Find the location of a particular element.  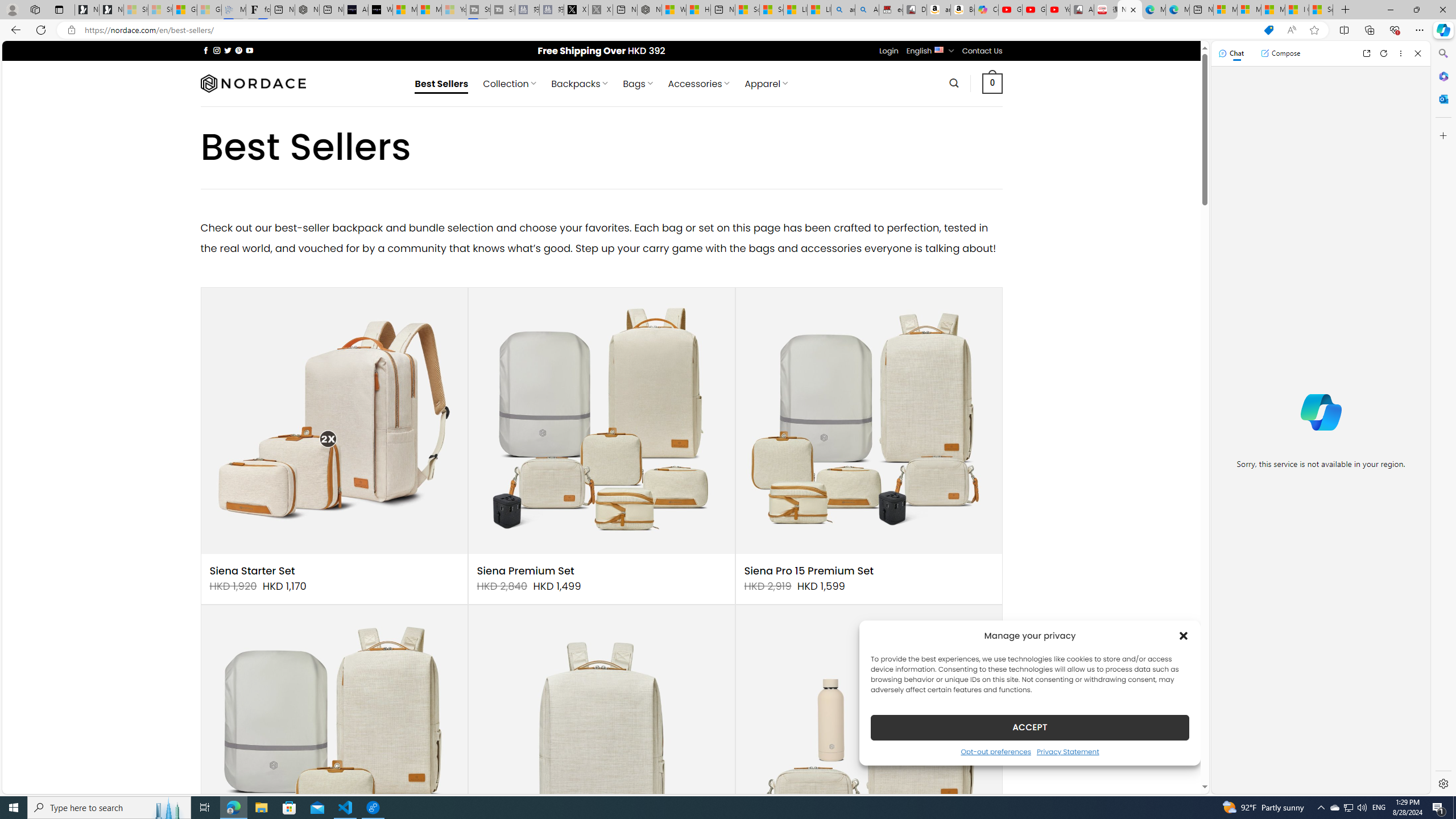

'AI Voice Changer for PC and Mac - Voice.ai' is located at coordinates (355, 9).